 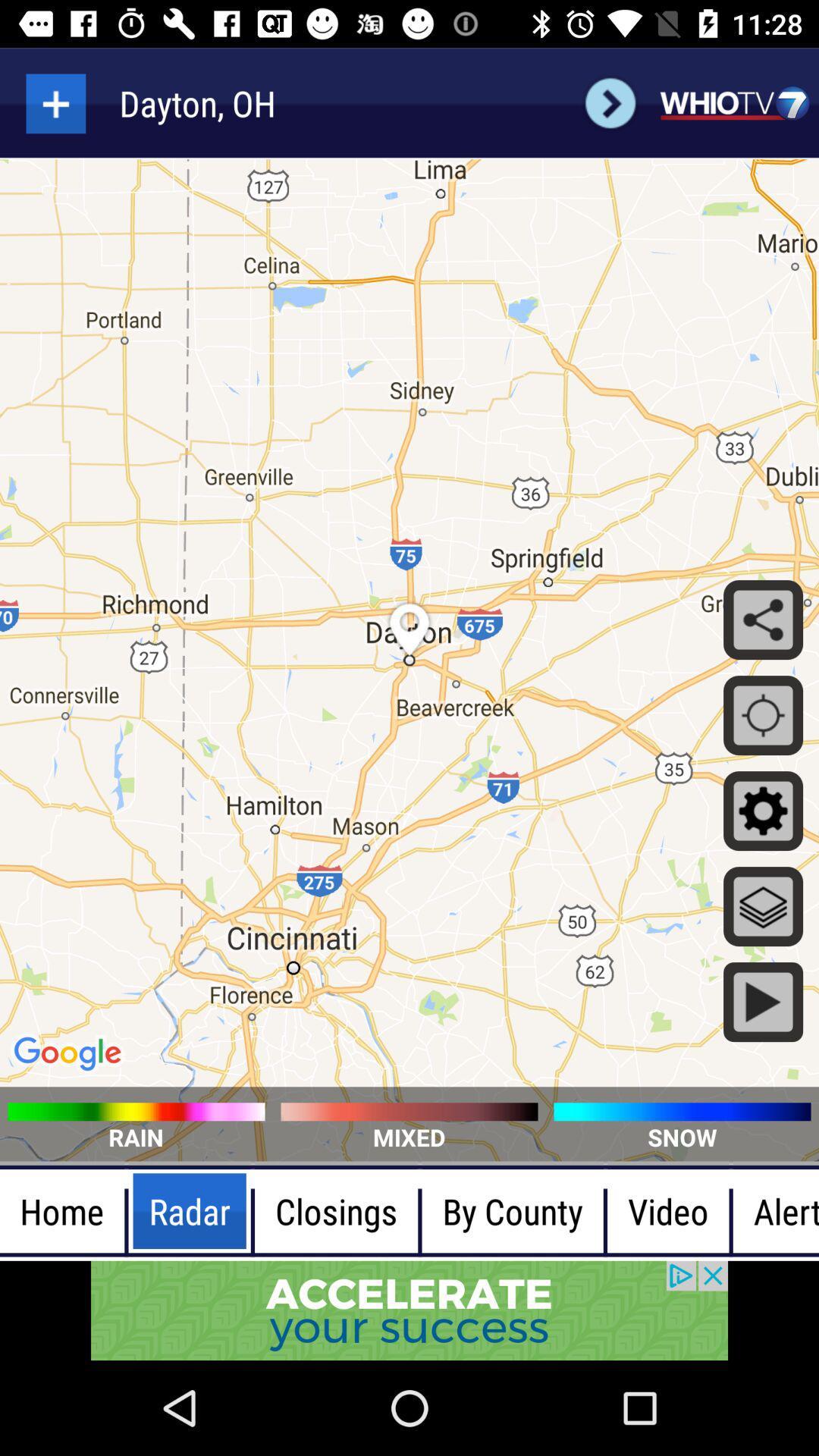 What do you see at coordinates (733, 102) in the screenshot?
I see `loads the app 's website` at bounding box center [733, 102].